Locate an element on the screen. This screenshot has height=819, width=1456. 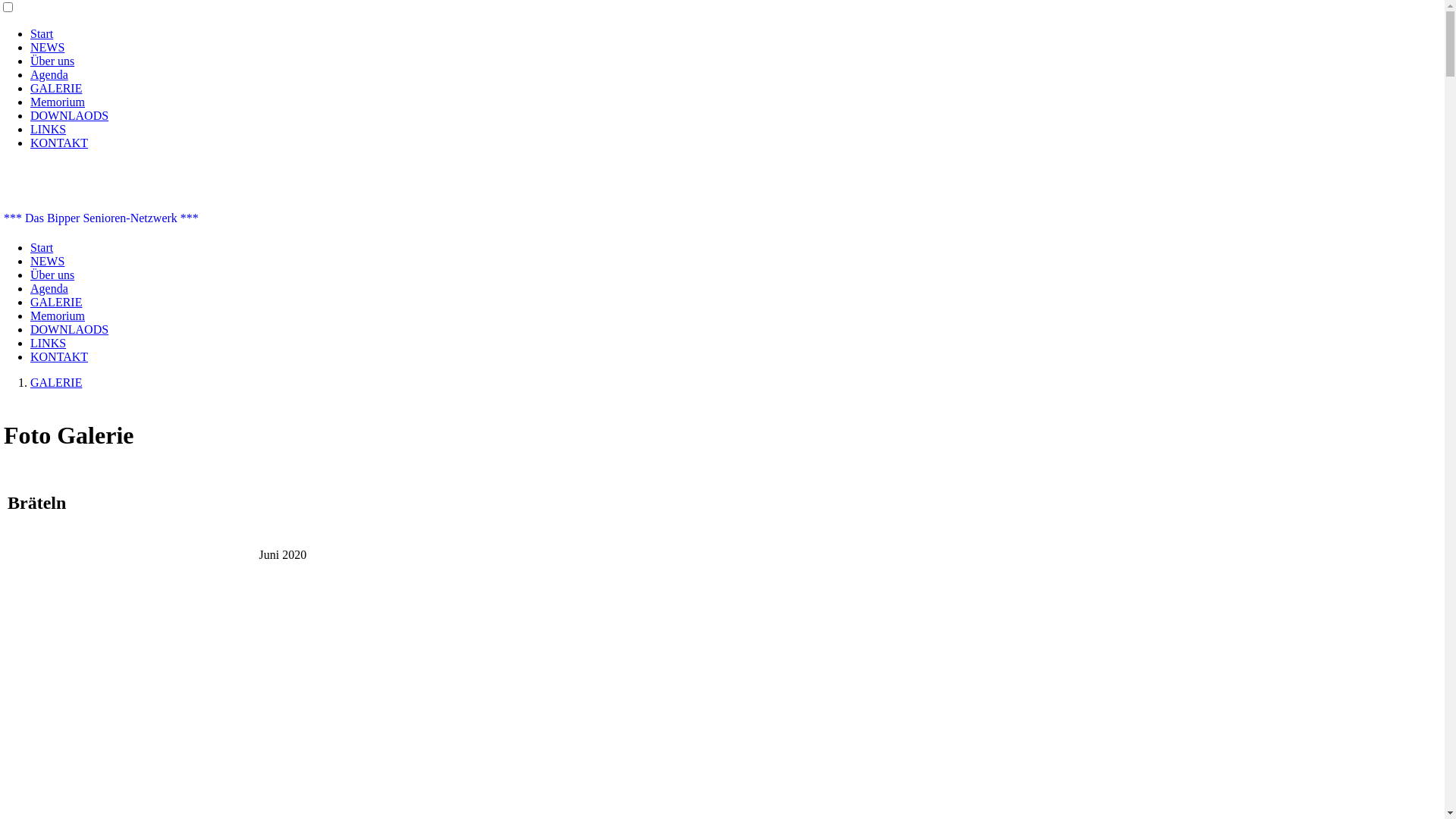
'DOWNLAODS' is located at coordinates (68, 115).